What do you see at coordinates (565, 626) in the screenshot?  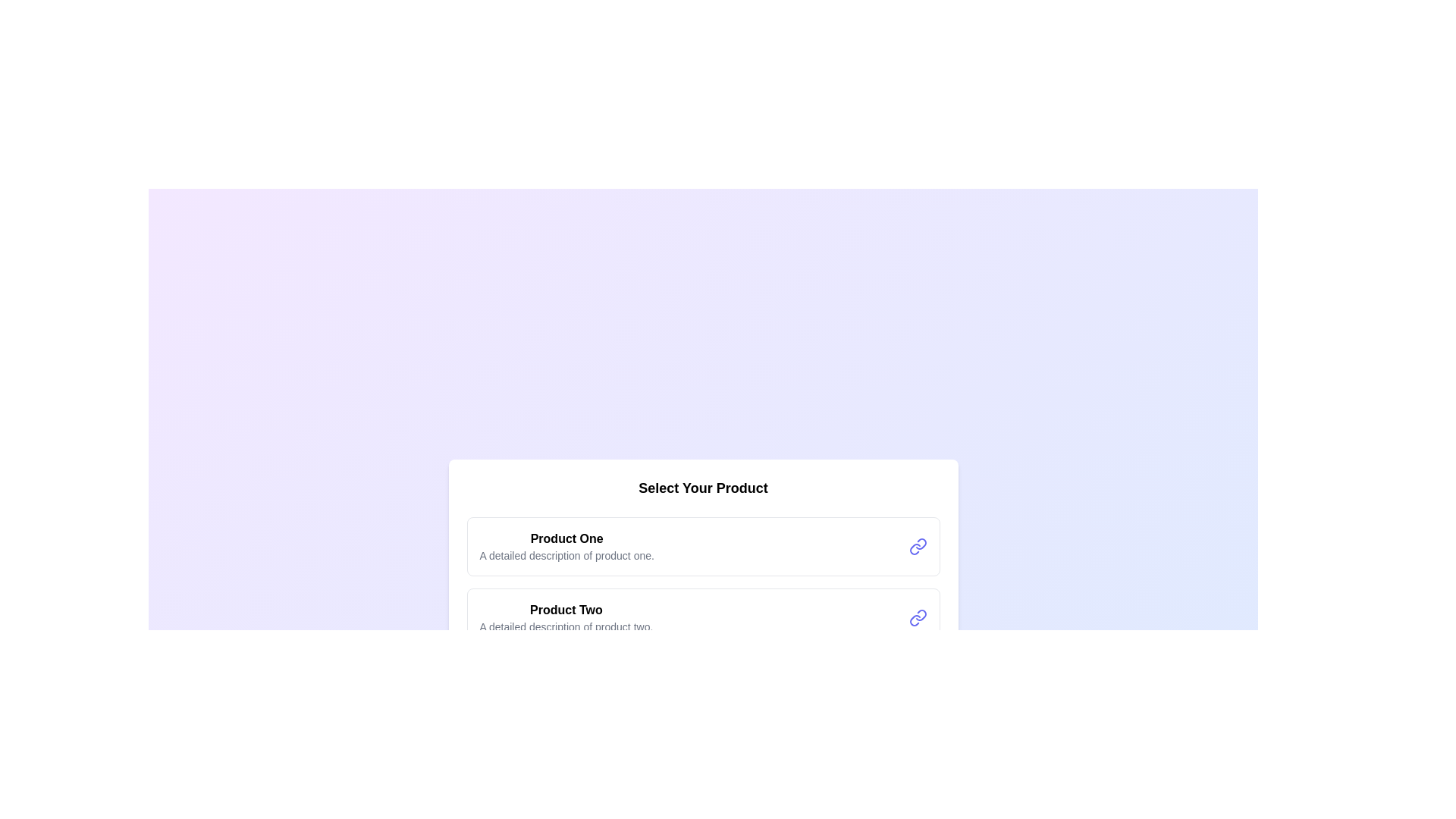 I see `the textual description that reads 'A detailed description of product two.' which is located below the title 'Product Two'` at bounding box center [565, 626].